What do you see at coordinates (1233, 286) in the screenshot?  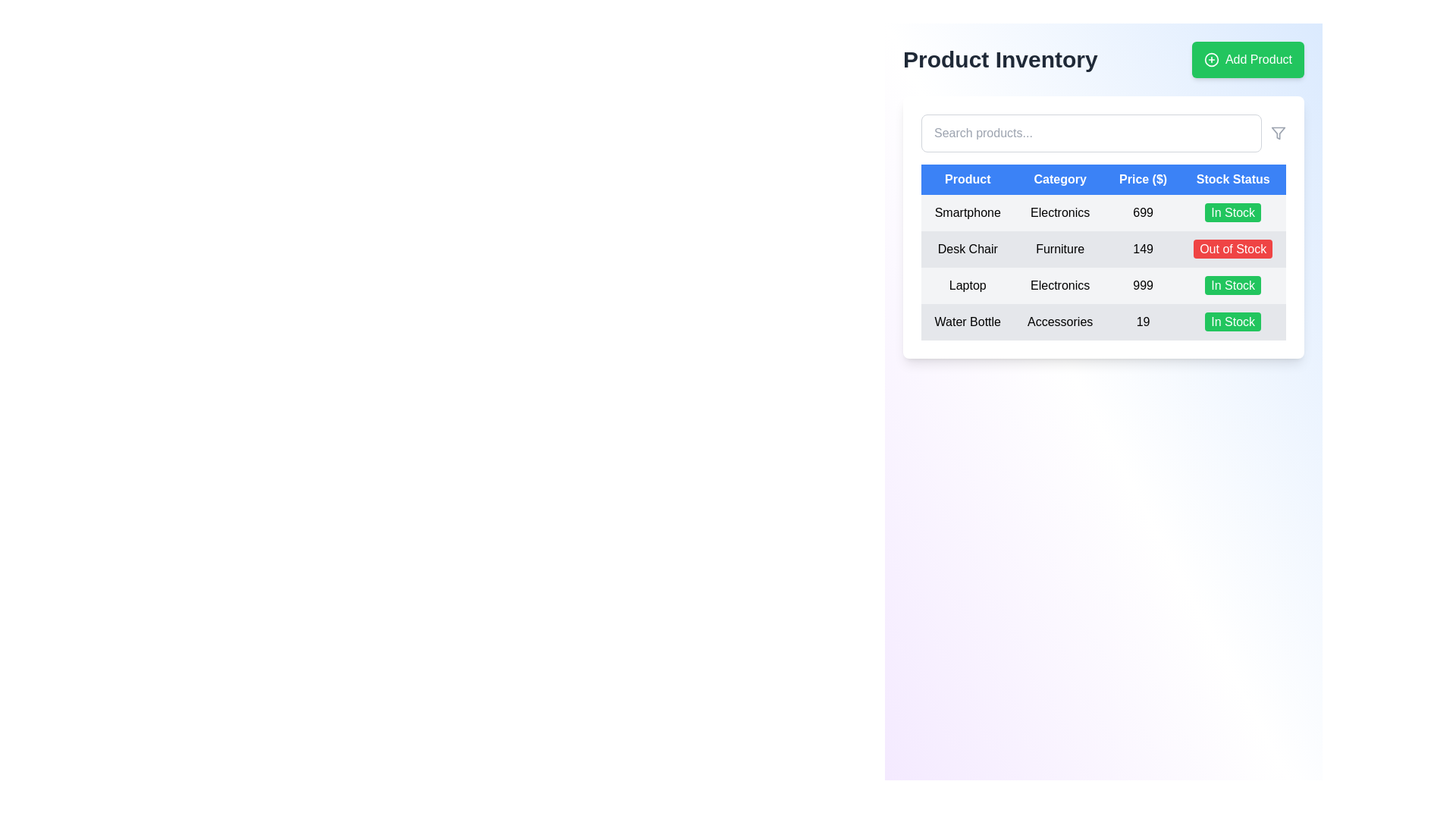 I see `status indicator badge for the 'Laptop' product, which shows that it is currently available in stock, located in the fourth column of the third row of the table` at bounding box center [1233, 286].